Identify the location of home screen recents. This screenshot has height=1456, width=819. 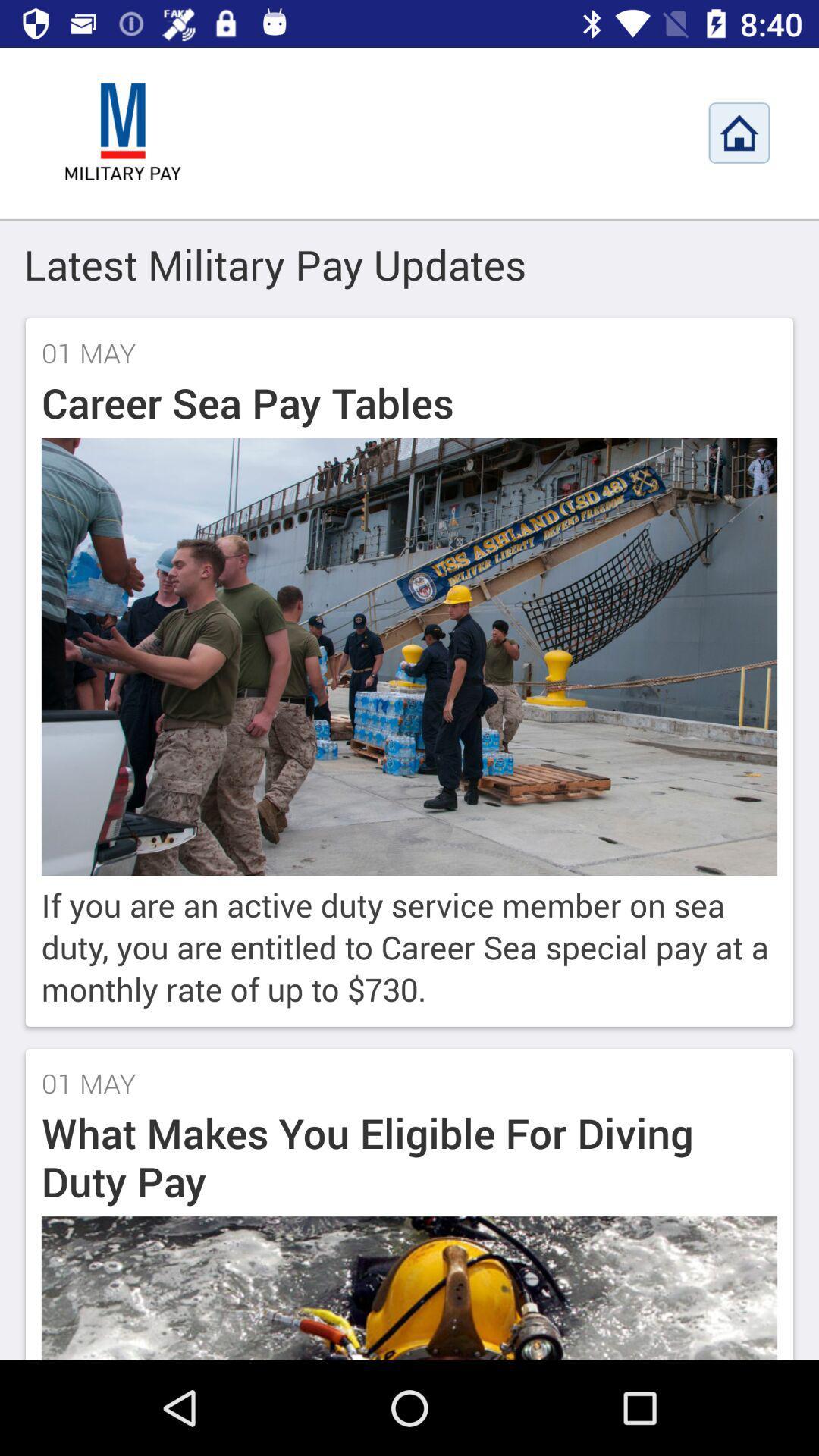
(739, 133).